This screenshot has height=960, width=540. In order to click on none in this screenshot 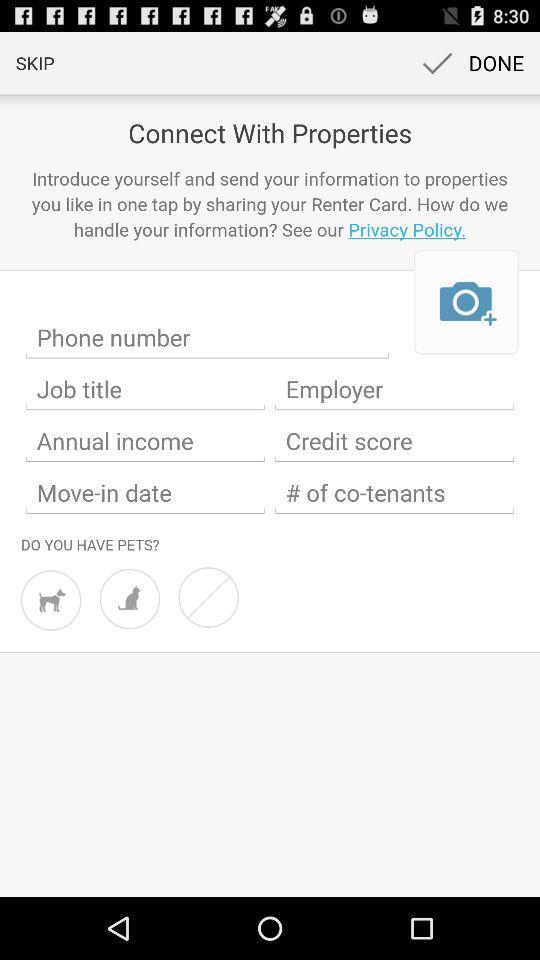, I will do `click(207, 597)`.